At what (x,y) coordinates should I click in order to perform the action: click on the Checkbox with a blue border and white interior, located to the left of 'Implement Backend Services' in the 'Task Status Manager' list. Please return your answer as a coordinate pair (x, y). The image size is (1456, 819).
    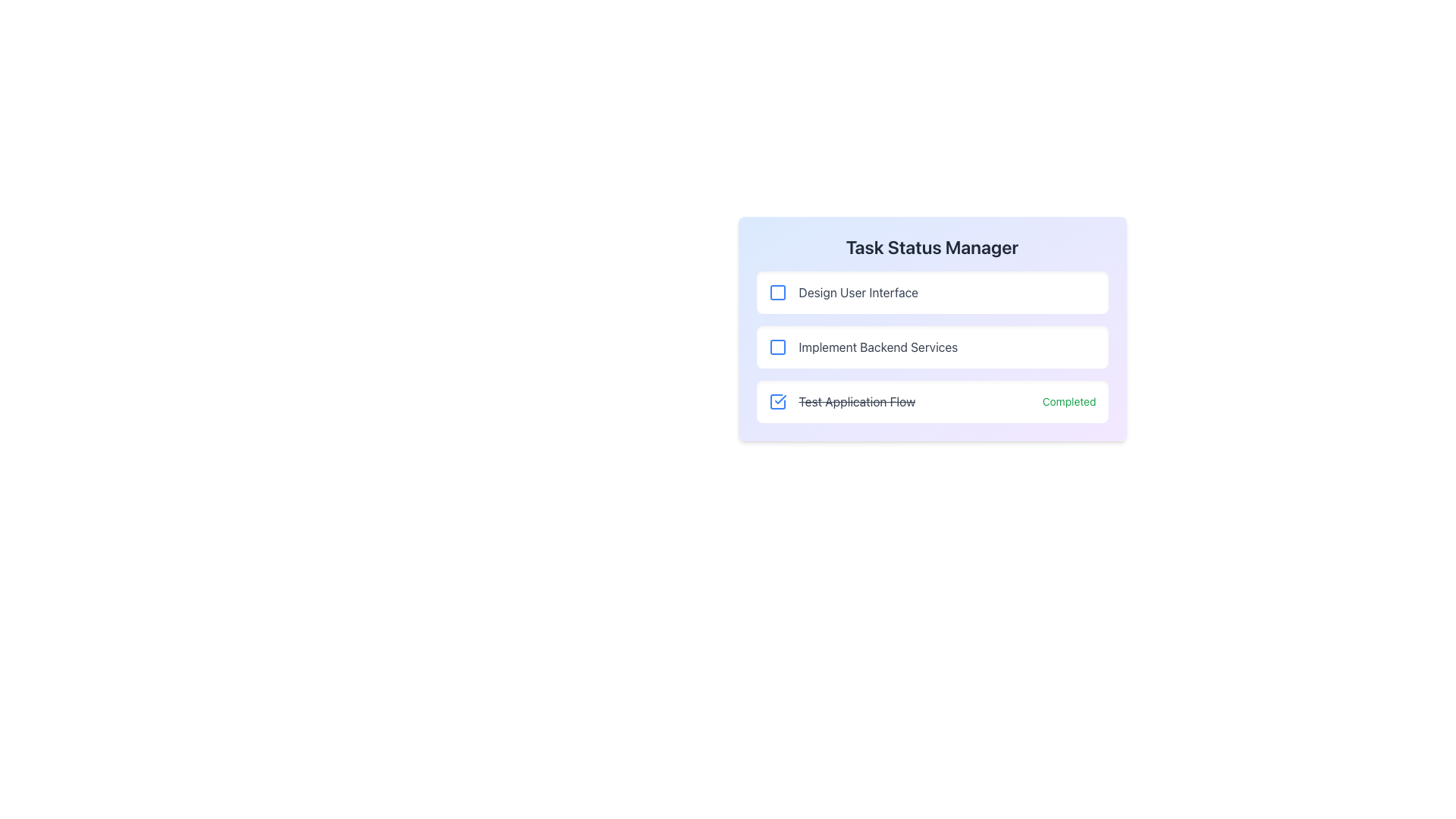
    Looking at the image, I should click on (777, 347).